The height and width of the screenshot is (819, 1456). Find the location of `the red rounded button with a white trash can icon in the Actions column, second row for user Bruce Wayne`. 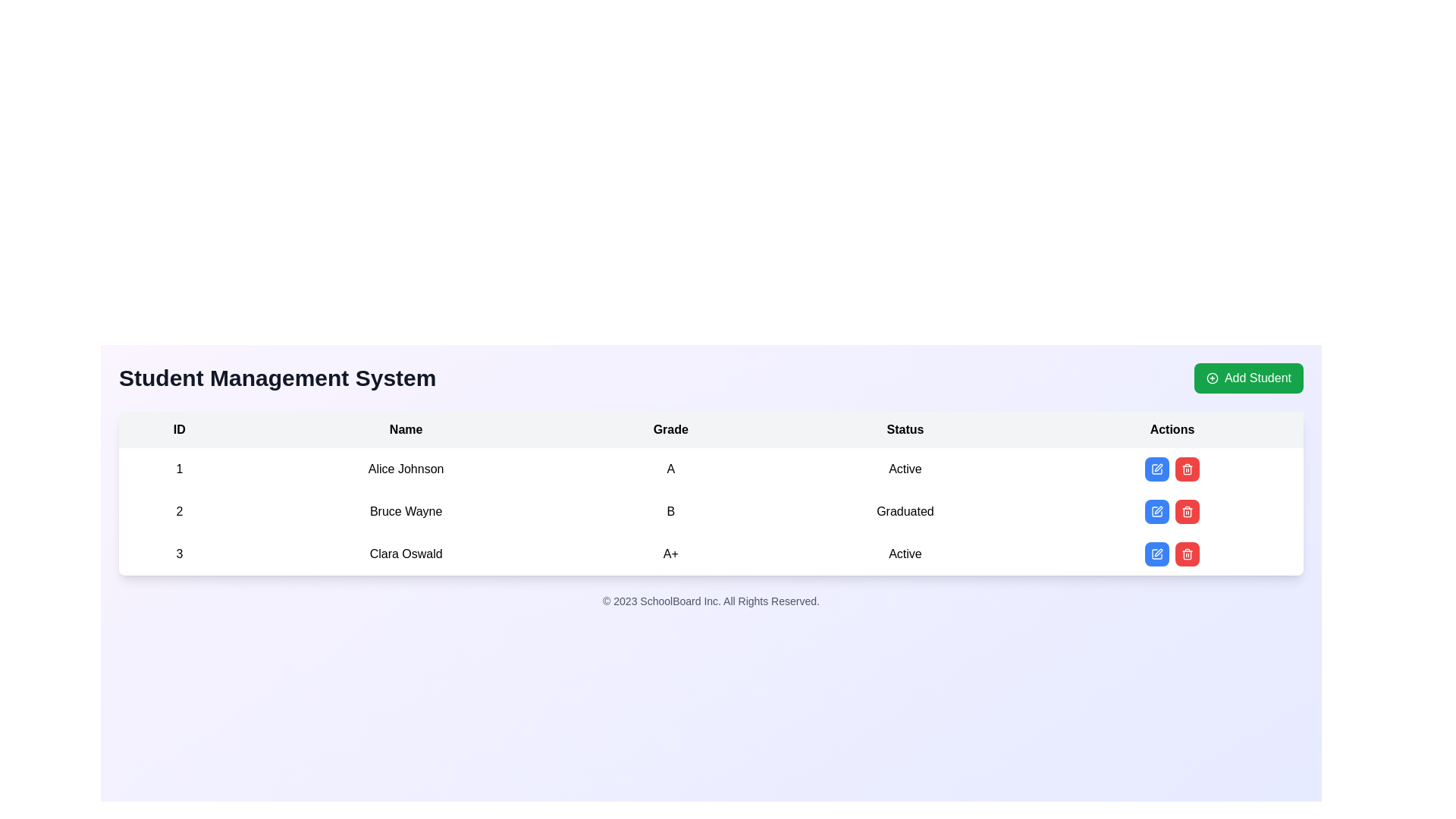

the red rounded button with a white trash can icon in the Actions column, second row for user Bruce Wayne is located at coordinates (1186, 512).